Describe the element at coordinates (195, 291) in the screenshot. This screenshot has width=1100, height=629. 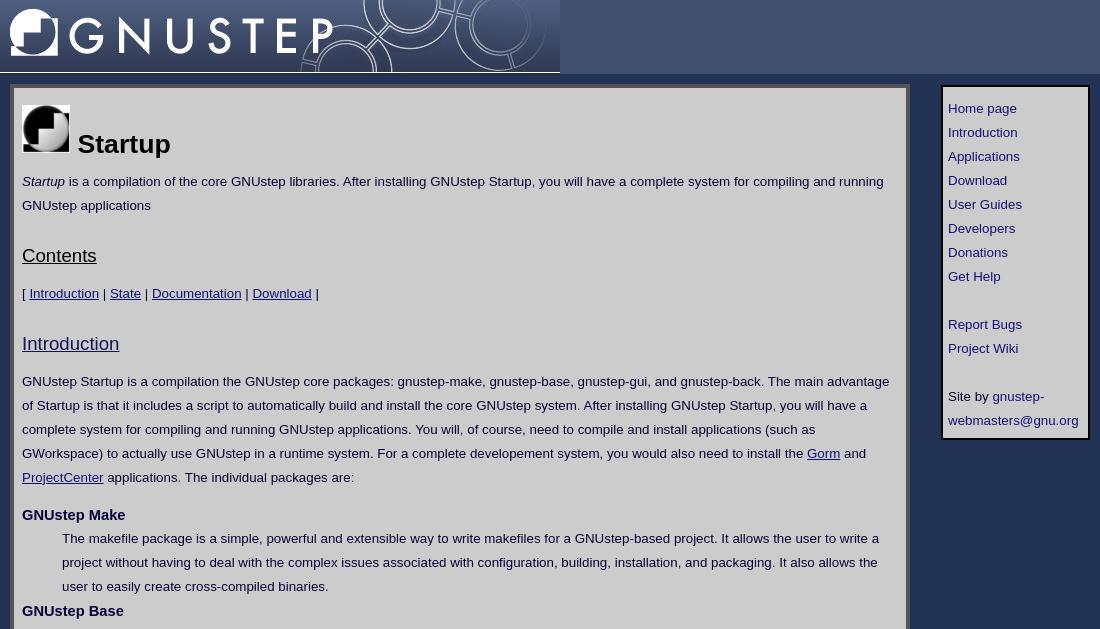
I see `'Documentation'` at that location.